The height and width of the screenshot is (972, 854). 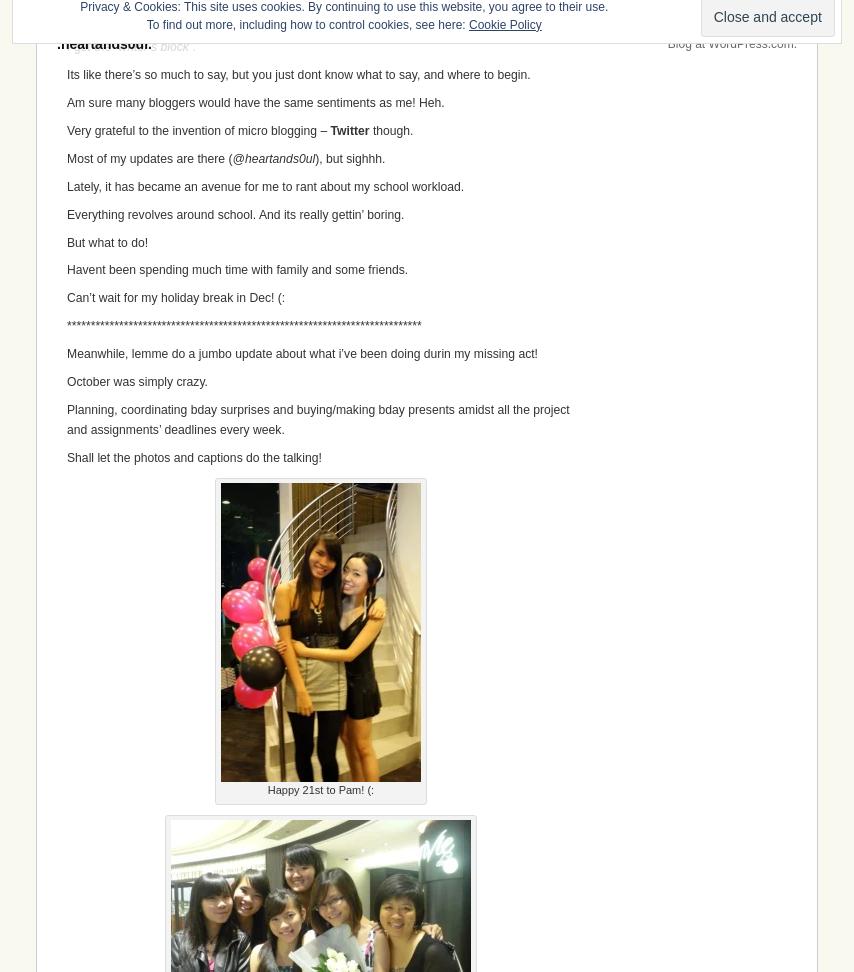 I want to click on 'Shall let the photos and captions do the talking!', so click(x=193, y=456).